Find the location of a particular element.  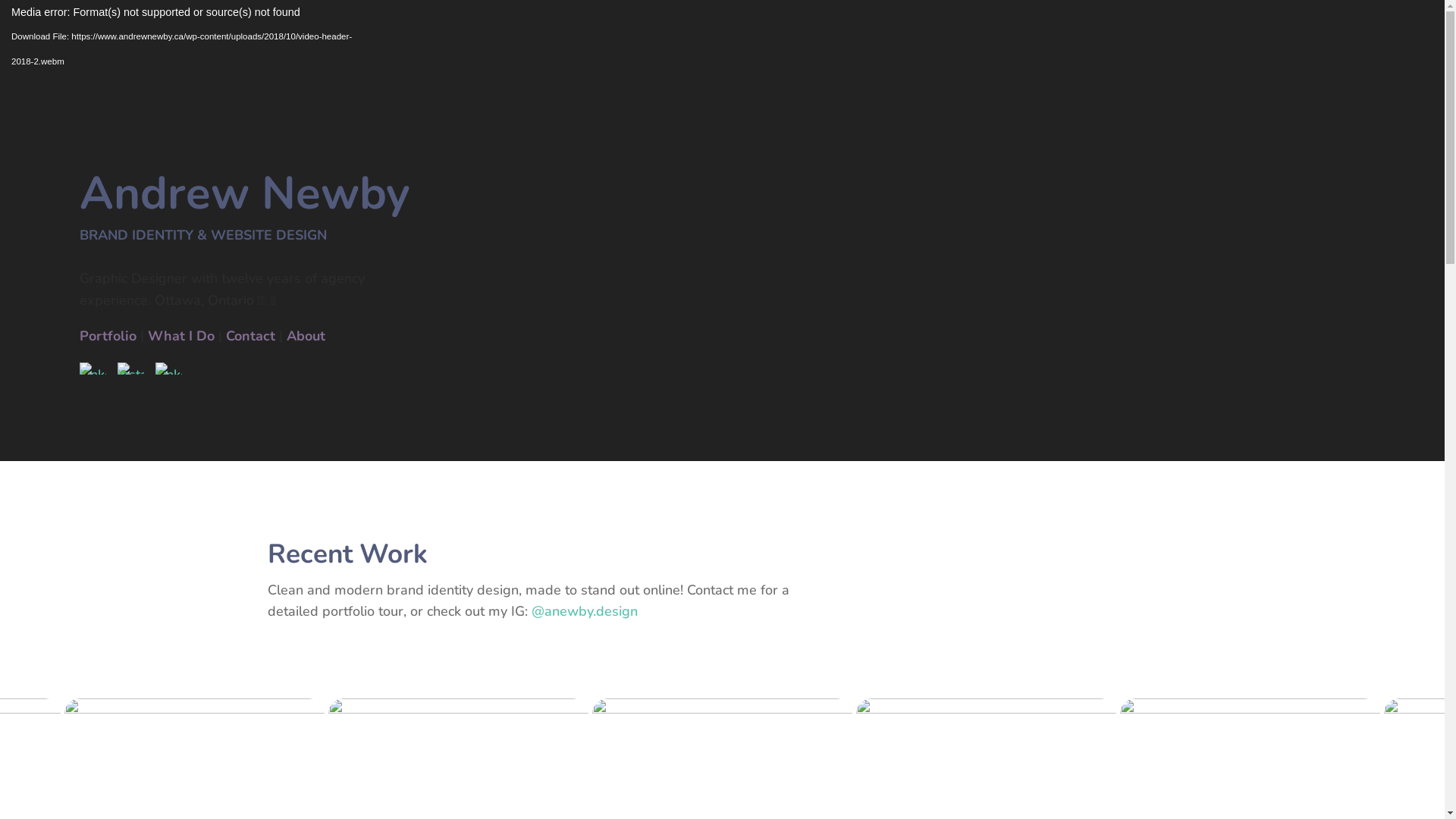

'@anewby.design' is located at coordinates (582, 610).